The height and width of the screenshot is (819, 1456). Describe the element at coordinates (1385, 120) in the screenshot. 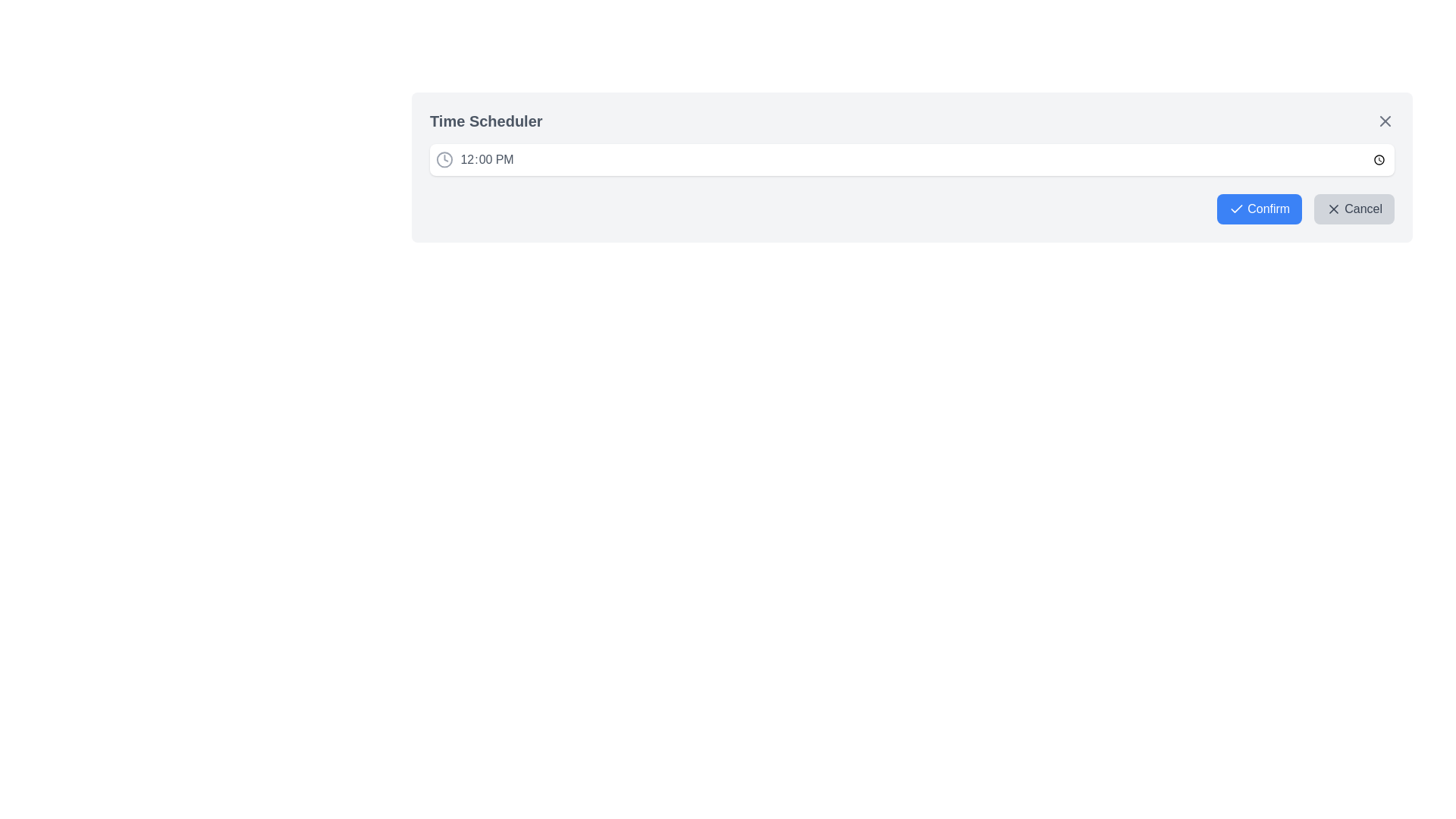

I see `the 'X' icon of the close button located at the top-right corner of the 'Time Scheduler' dialog` at that location.